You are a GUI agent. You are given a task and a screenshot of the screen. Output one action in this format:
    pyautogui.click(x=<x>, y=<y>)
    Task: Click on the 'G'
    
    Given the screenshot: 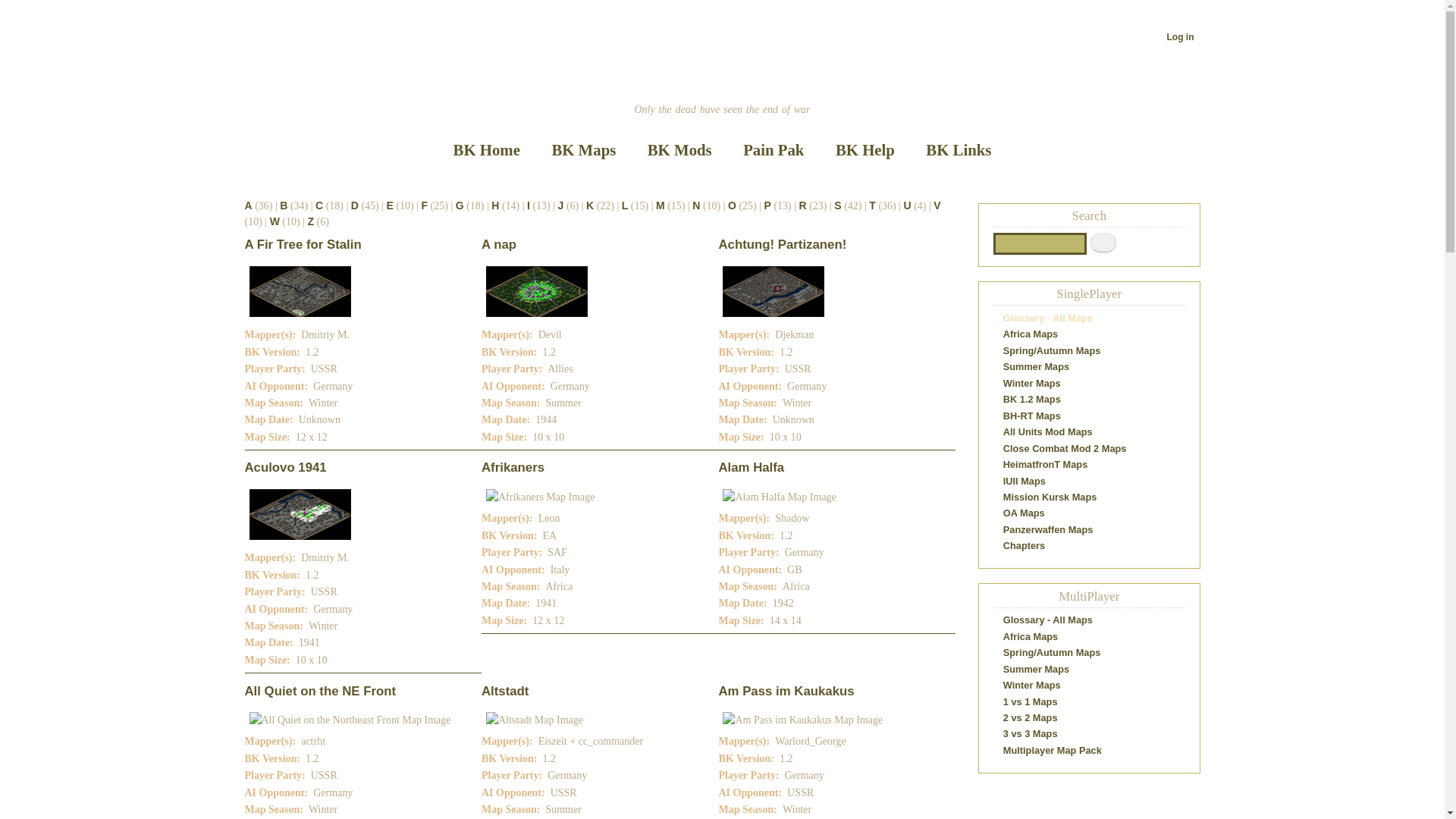 What is the action you would take?
    pyautogui.click(x=459, y=205)
    